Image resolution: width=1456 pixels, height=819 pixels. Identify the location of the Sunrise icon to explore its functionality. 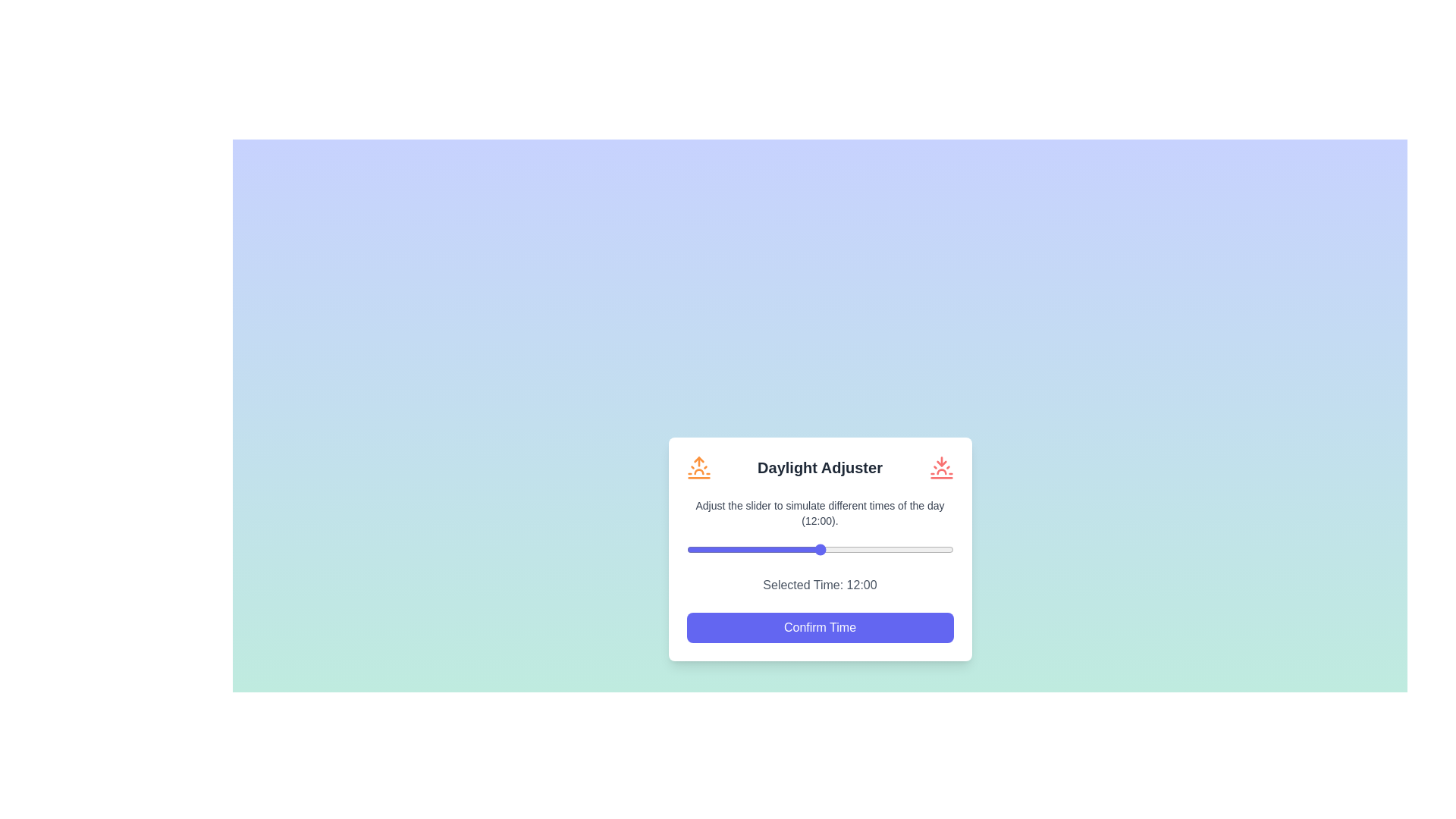
(698, 466).